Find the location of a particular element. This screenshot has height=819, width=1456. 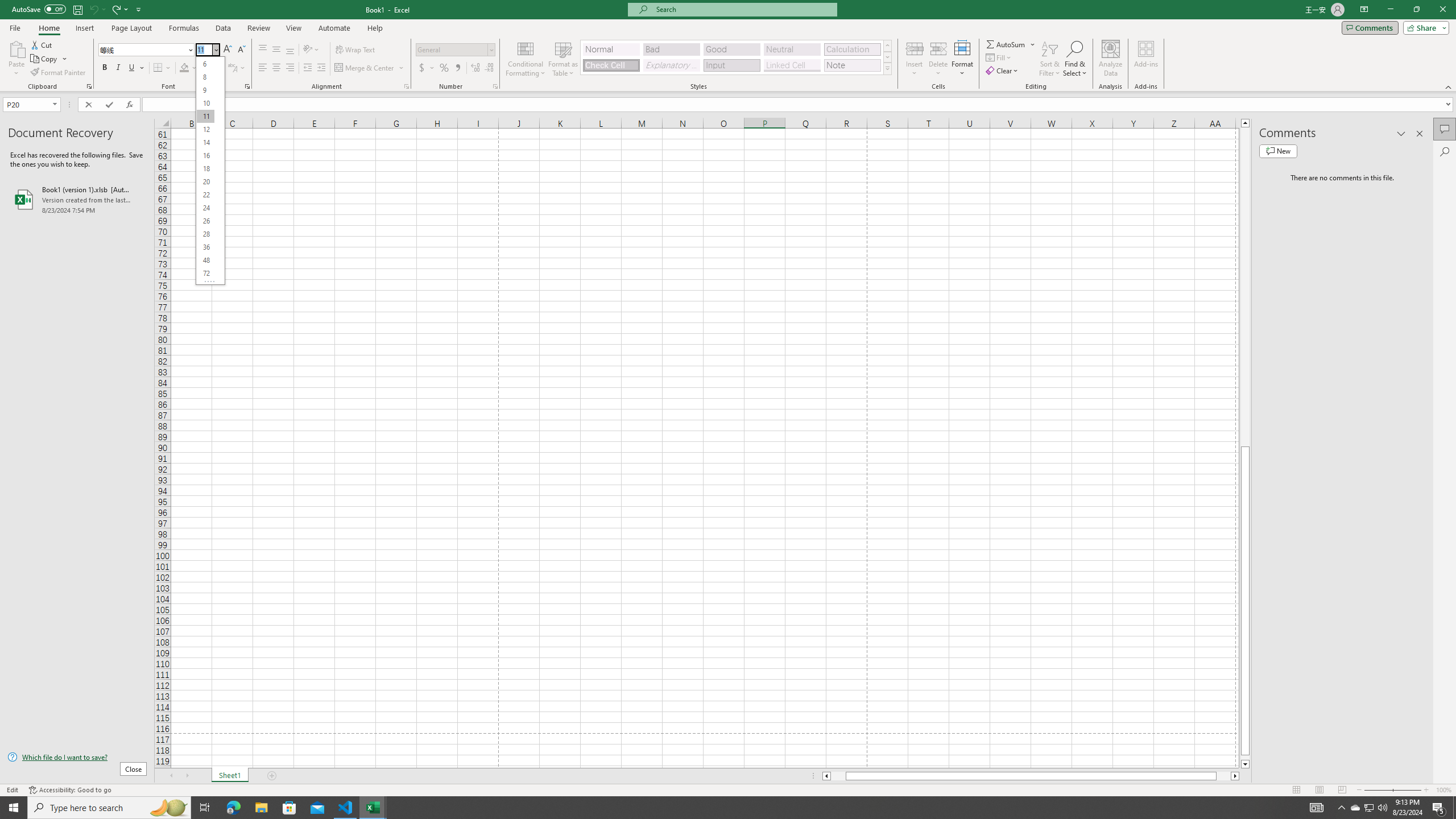

'Percent Style' is located at coordinates (443, 67).